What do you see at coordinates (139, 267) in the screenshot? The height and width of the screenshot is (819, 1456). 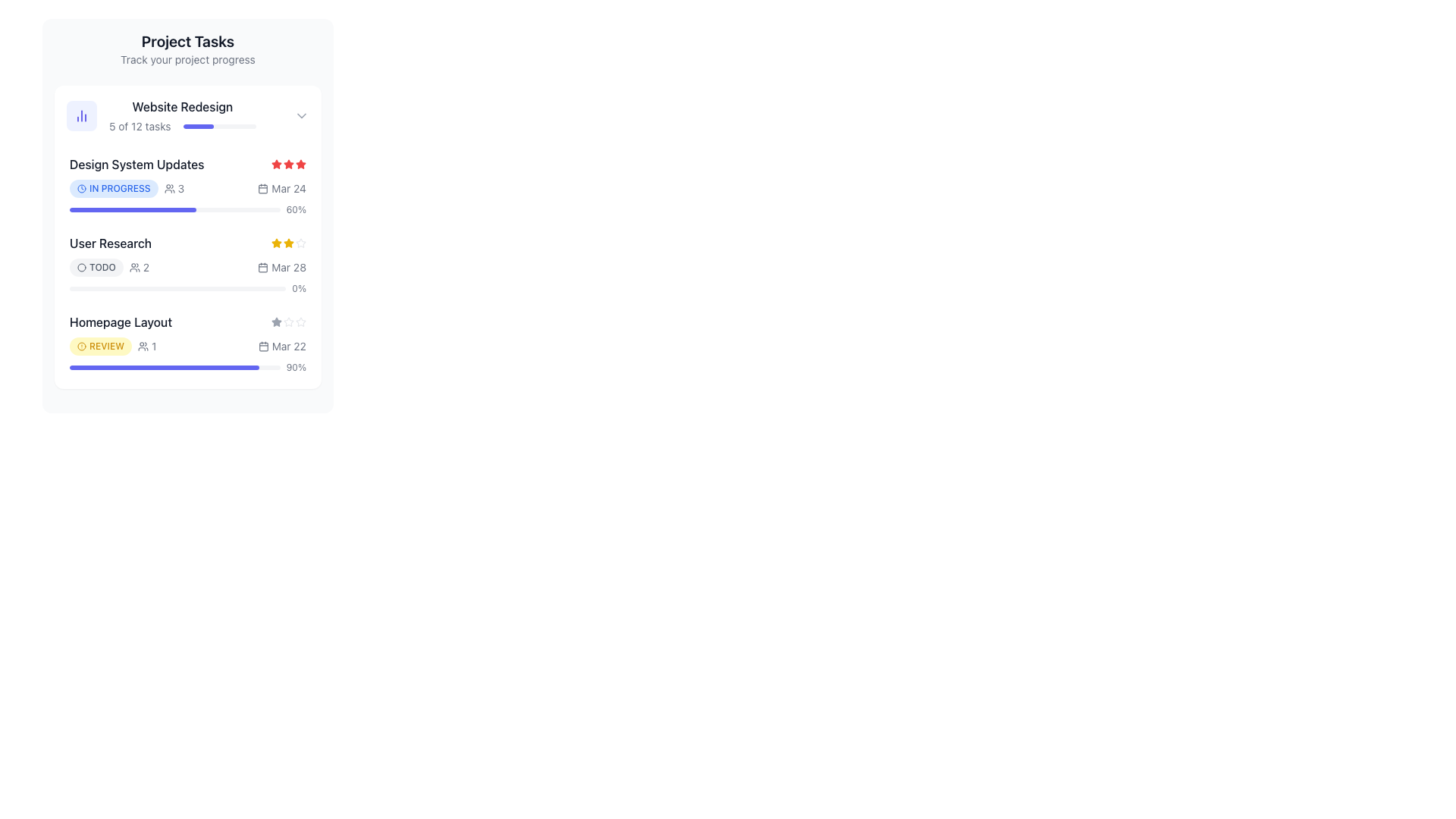 I see `the text label displaying the number of participants for the 'User Research' task, located to the right of 'TODO' and adjacent to the user icon` at bounding box center [139, 267].